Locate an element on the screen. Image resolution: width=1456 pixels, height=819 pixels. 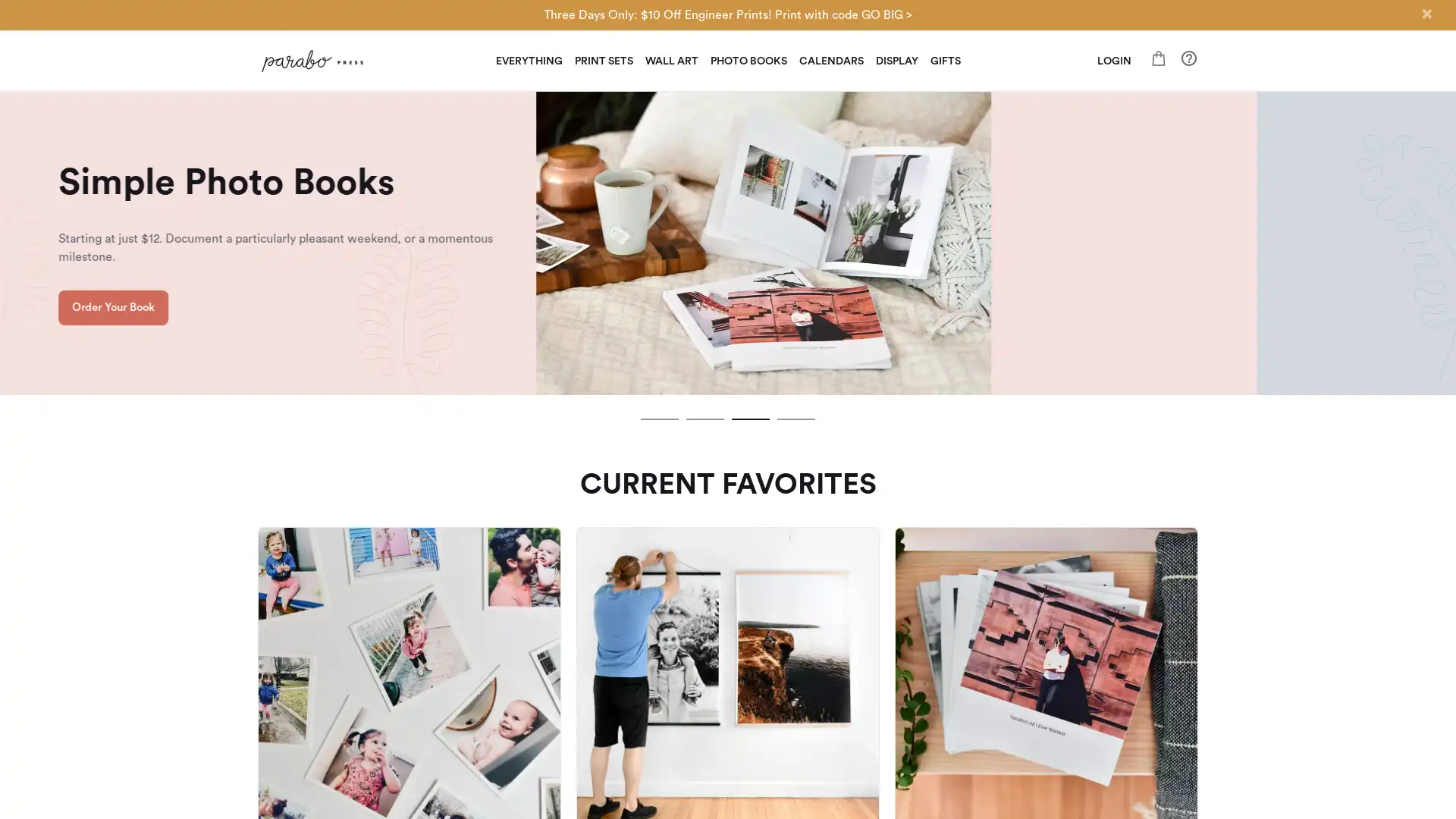
slide dot is located at coordinates (750, 419).